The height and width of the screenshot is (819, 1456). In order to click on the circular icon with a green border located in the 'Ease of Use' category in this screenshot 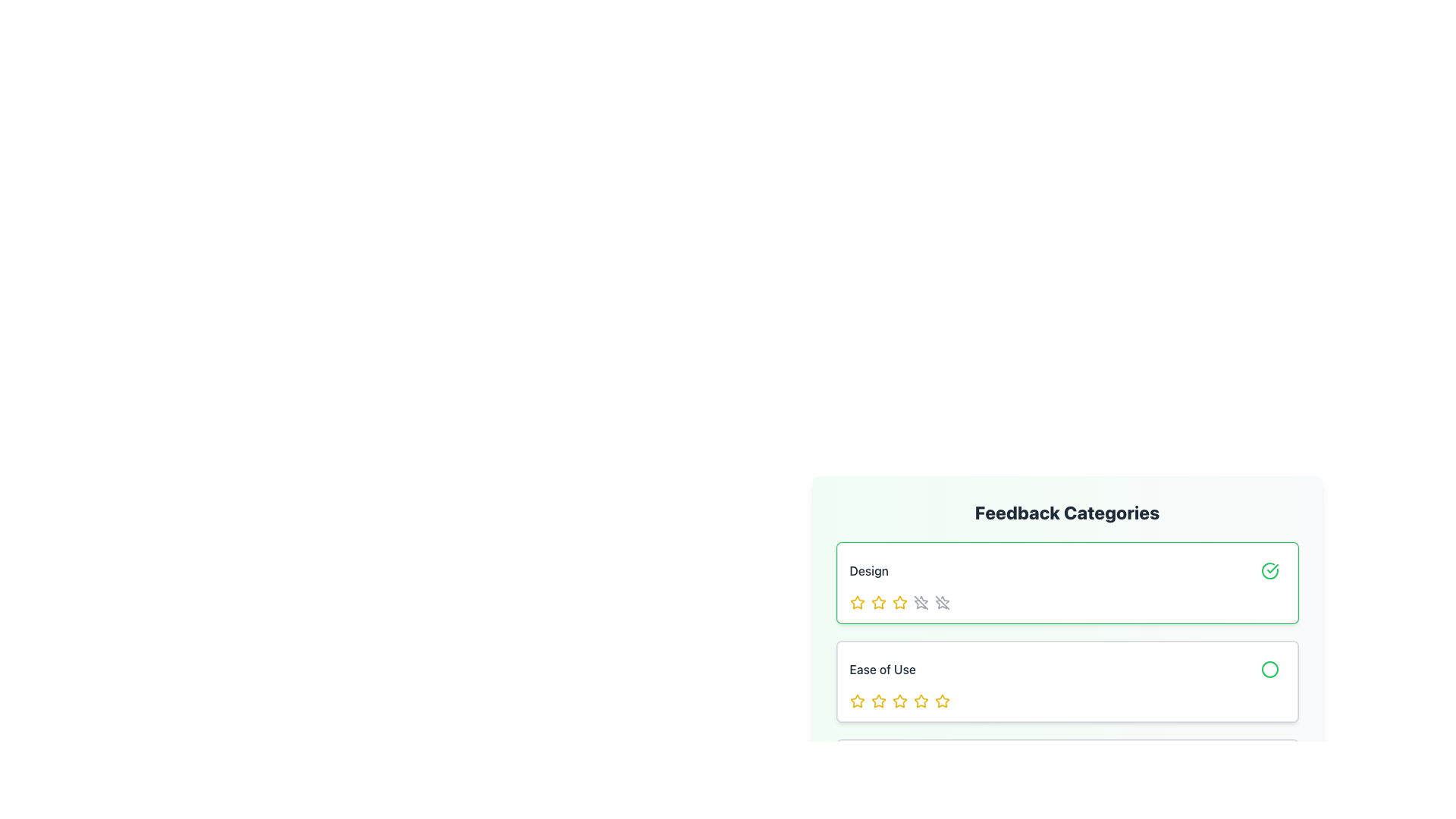, I will do `click(1269, 669)`.